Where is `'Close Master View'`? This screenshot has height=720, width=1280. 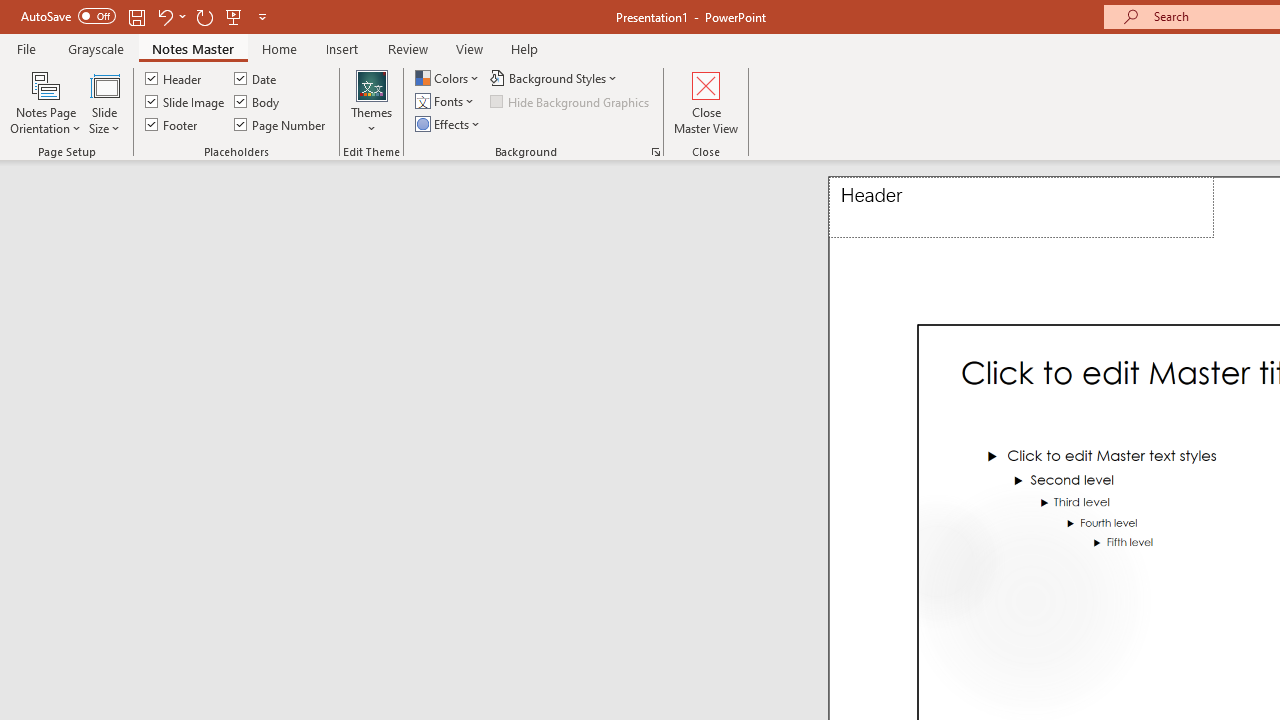
'Close Master View' is located at coordinates (706, 103).